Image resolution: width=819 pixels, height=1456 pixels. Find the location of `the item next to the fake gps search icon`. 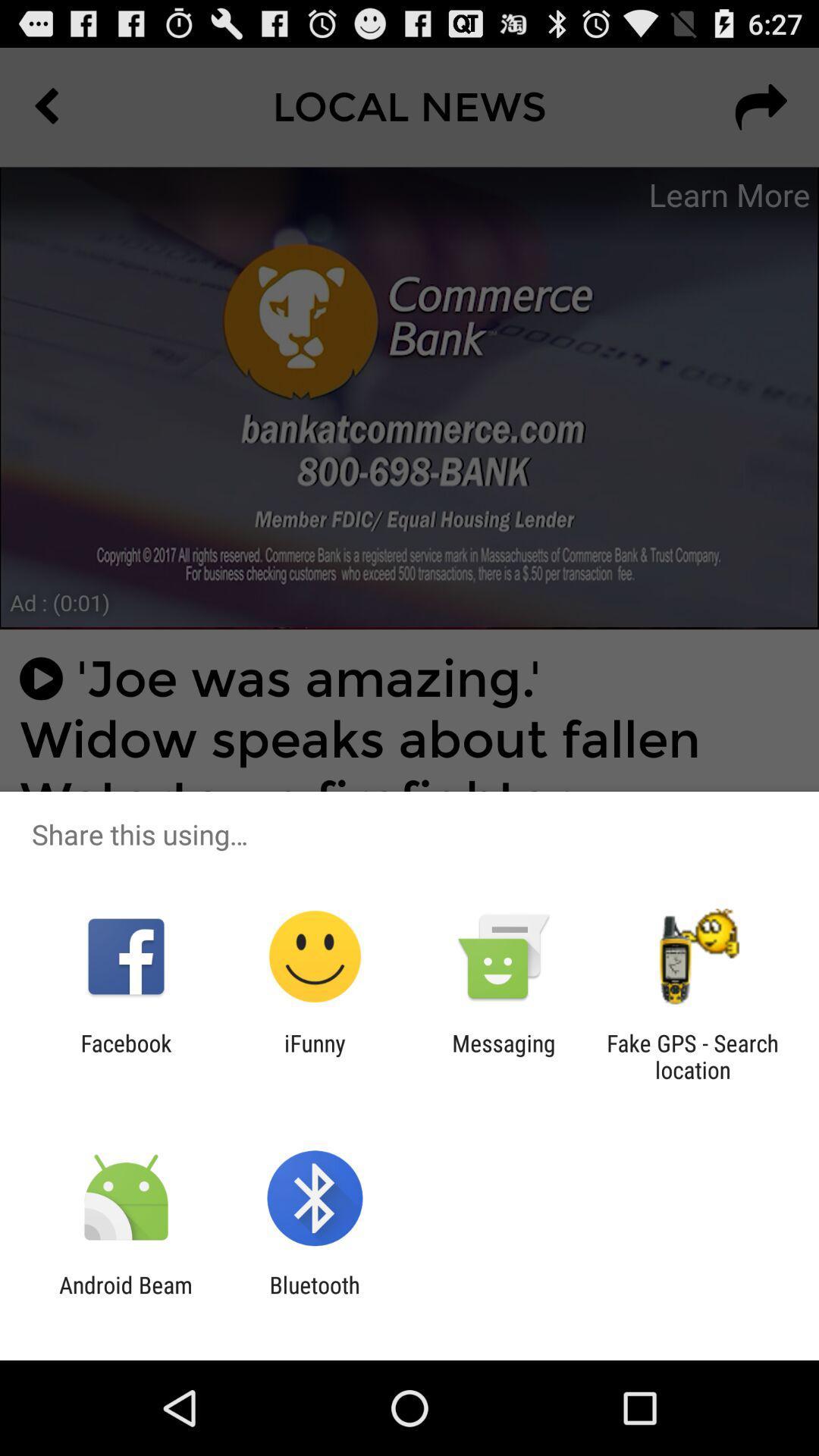

the item next to the fake gps search icon is located at coordinates (504, 1056).